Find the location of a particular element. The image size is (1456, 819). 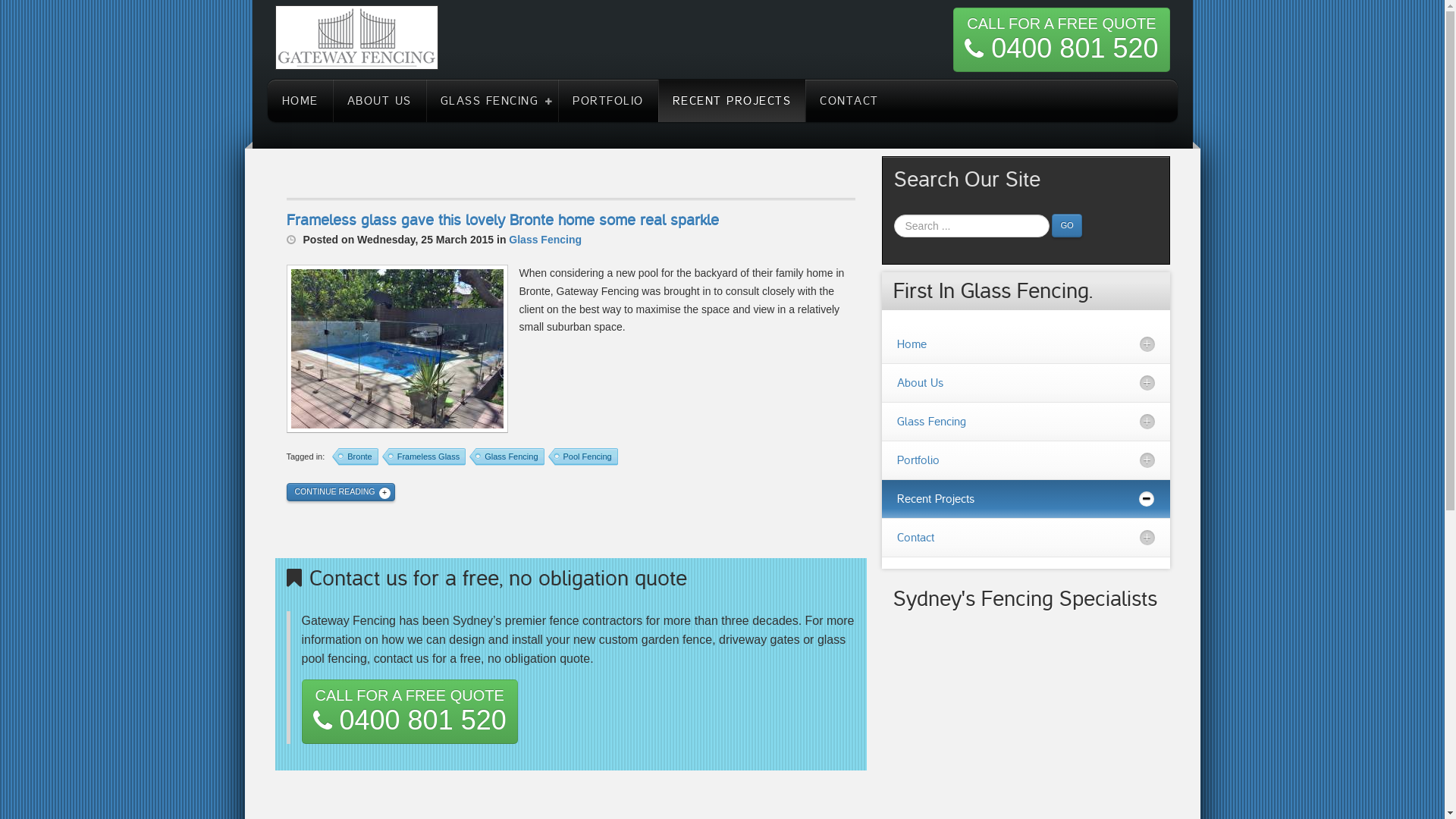

'Glass Fencing' is located at coordinates (545, 239).